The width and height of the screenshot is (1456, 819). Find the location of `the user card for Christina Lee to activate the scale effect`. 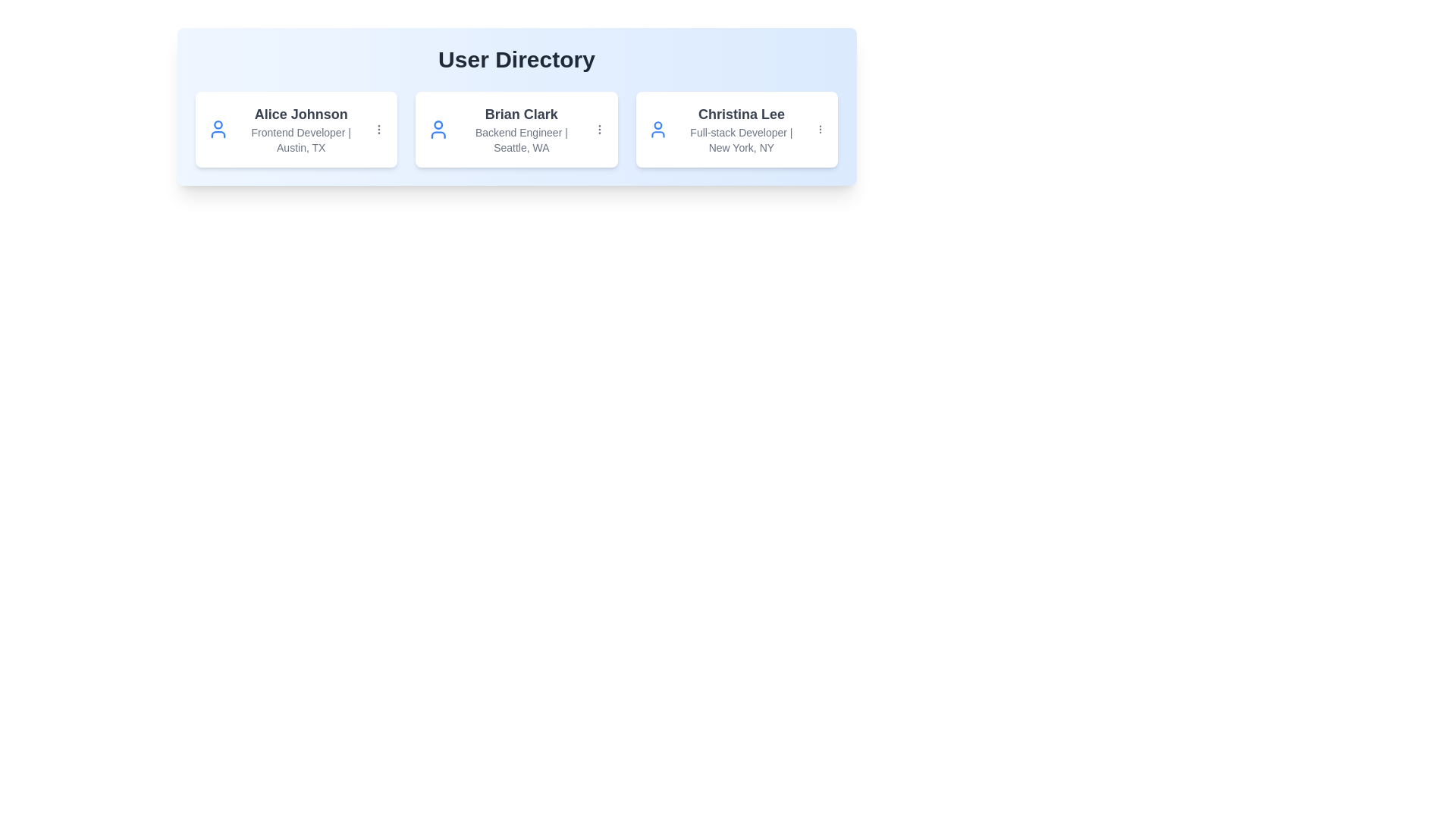

the user card for Christina Lee to activate the scale effect is located at coordinates (737, 128).